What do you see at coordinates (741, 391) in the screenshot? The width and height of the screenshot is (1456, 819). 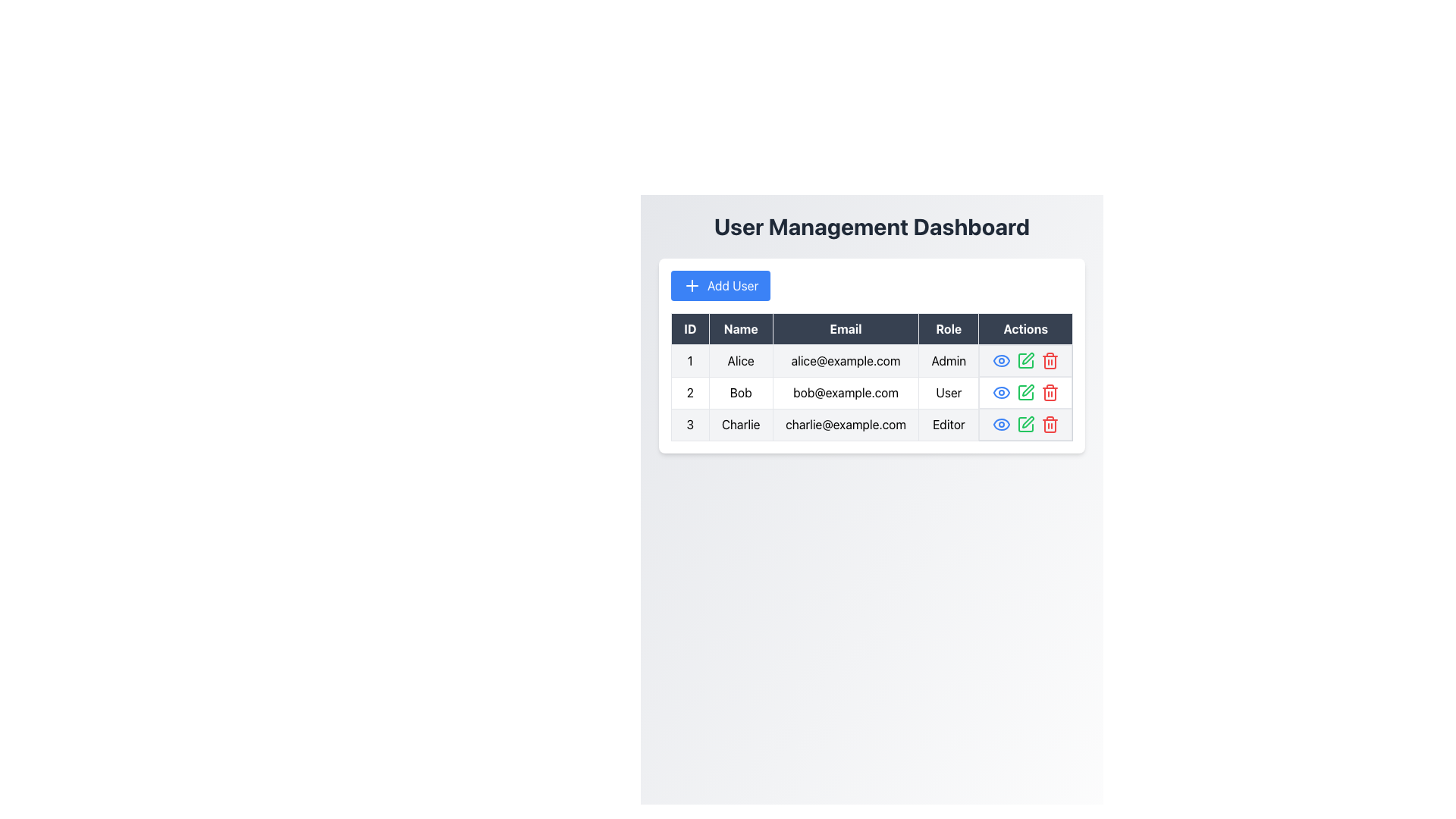 I see `text content of the Text Label representing the user's displayed name in the user management table, located in the second column of the second row` at bounding box center [741, 391].